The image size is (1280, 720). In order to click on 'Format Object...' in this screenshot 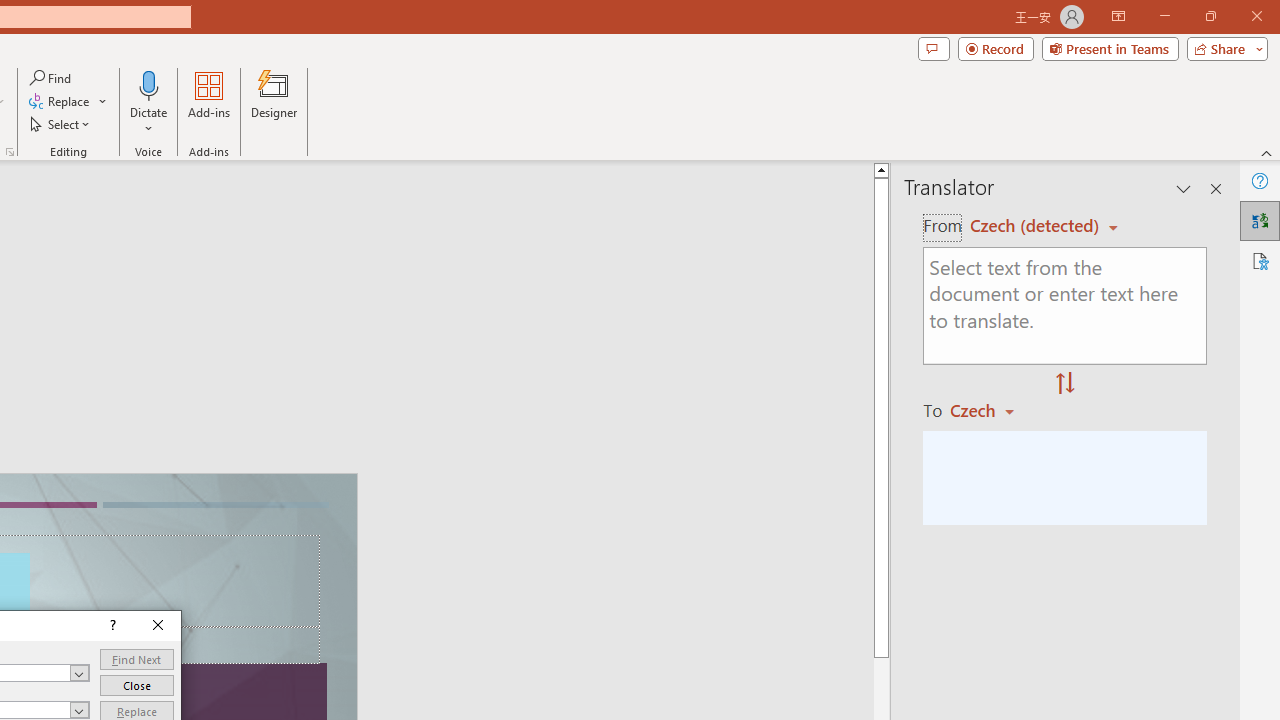, I will do `click(10, 150)`.